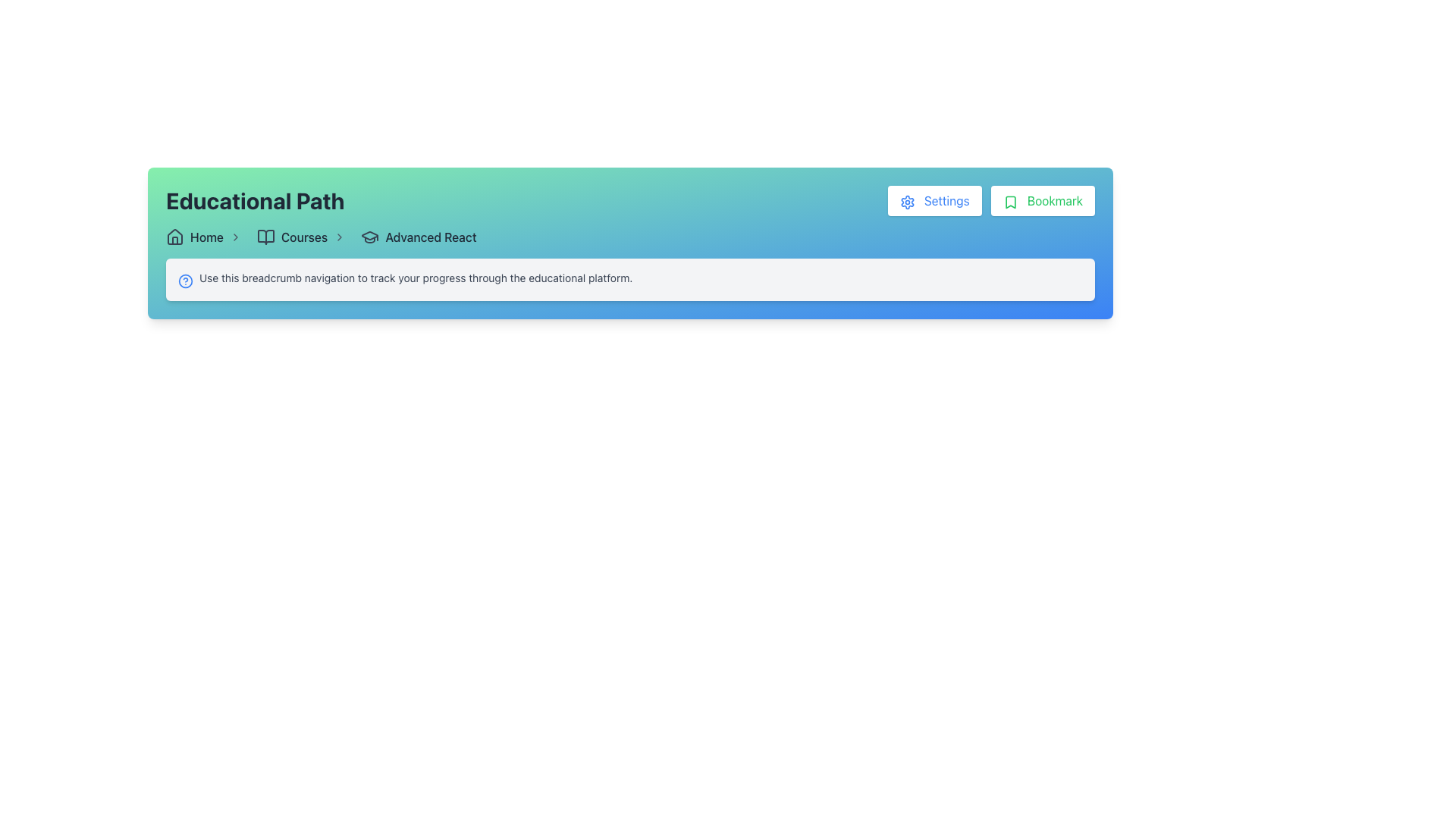  What do you see at coordinates (184, 281) in the screenshot?
I see `the informational icon located at the top-left corner of the text area starting with 'Use this breadcrumb navigation'` at bounding box center [184, 281].